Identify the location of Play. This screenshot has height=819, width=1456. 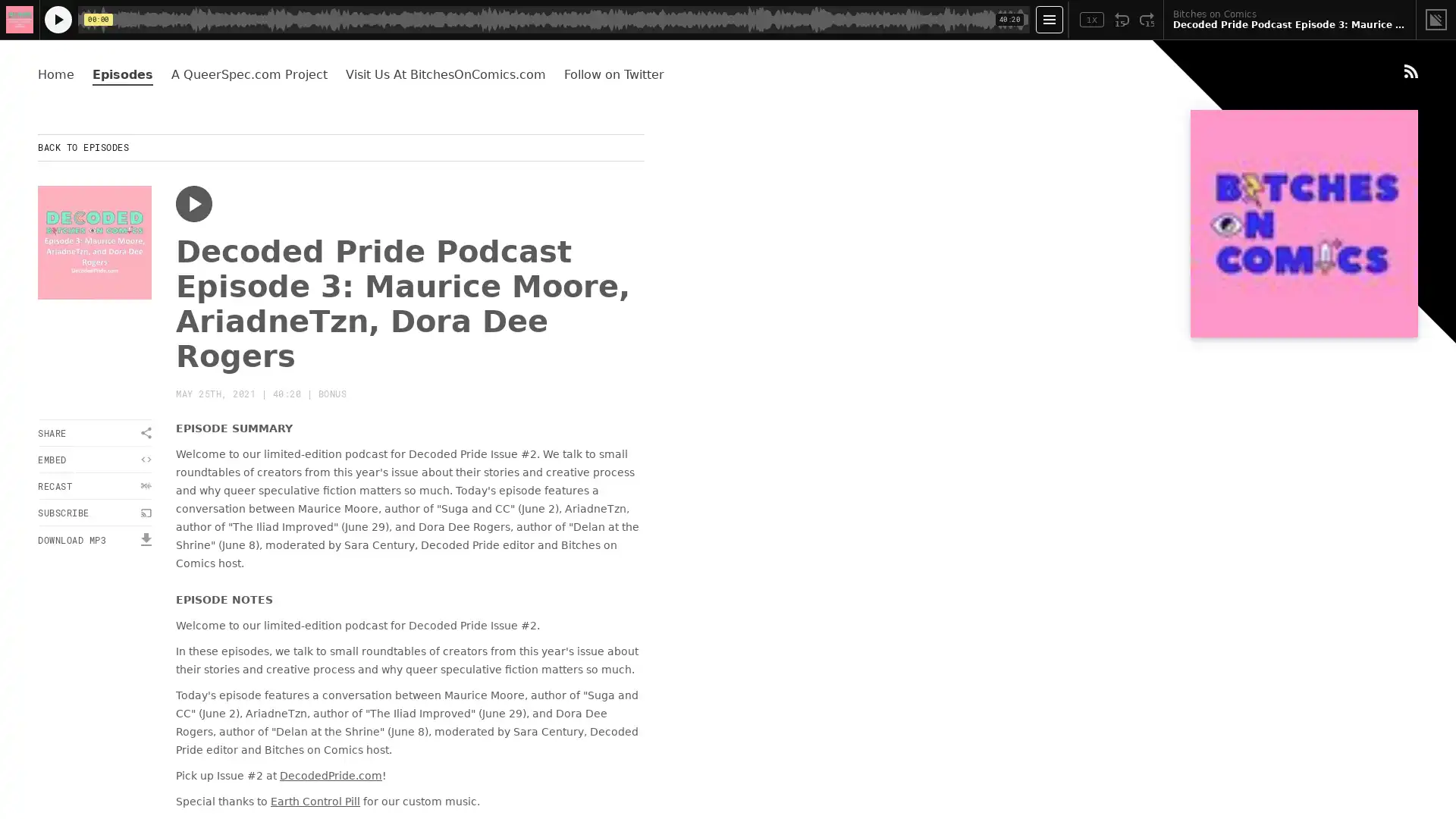
(58, 20).